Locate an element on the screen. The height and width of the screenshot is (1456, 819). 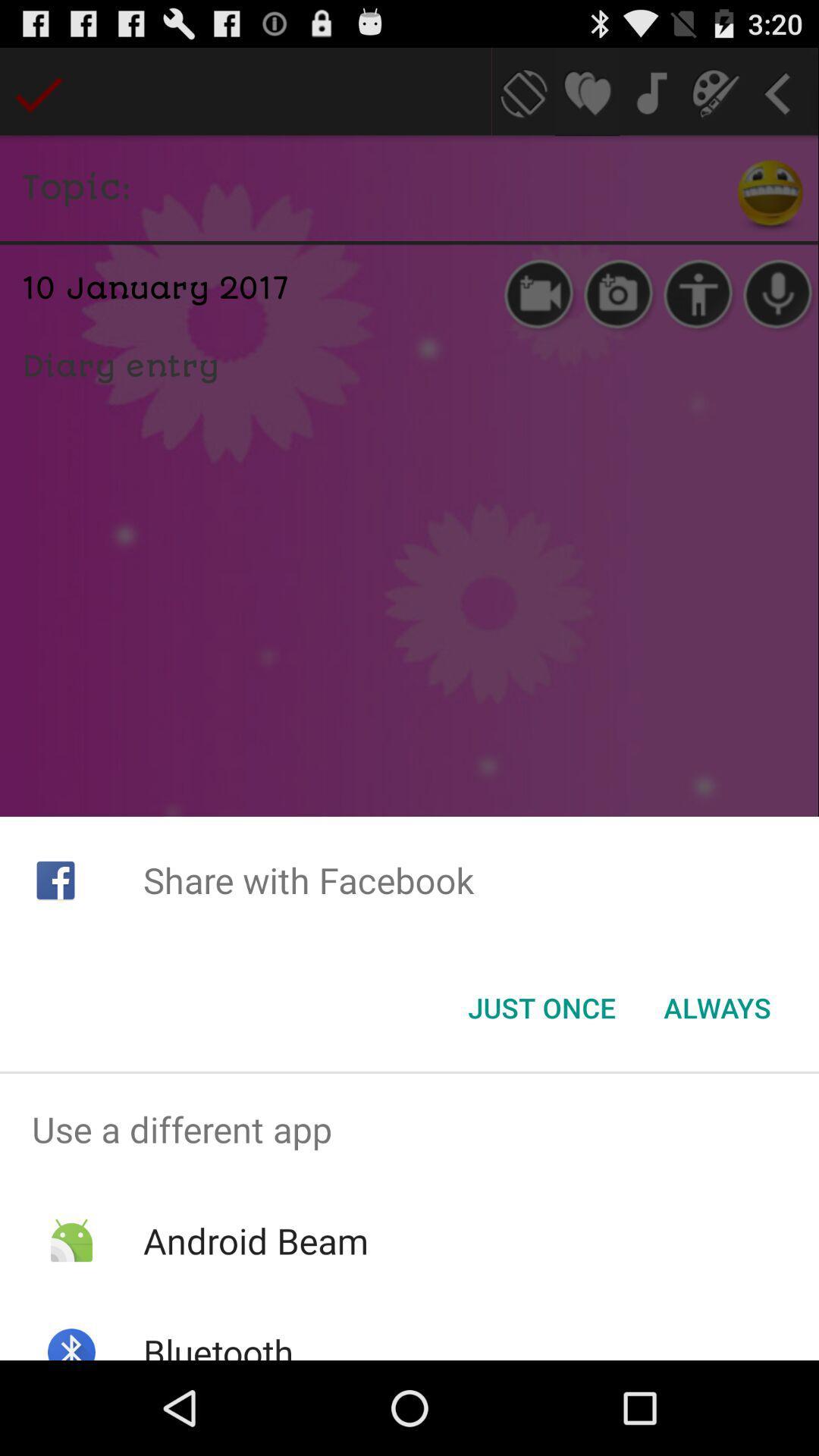
the just once item is located at coordinates (541, 1008).